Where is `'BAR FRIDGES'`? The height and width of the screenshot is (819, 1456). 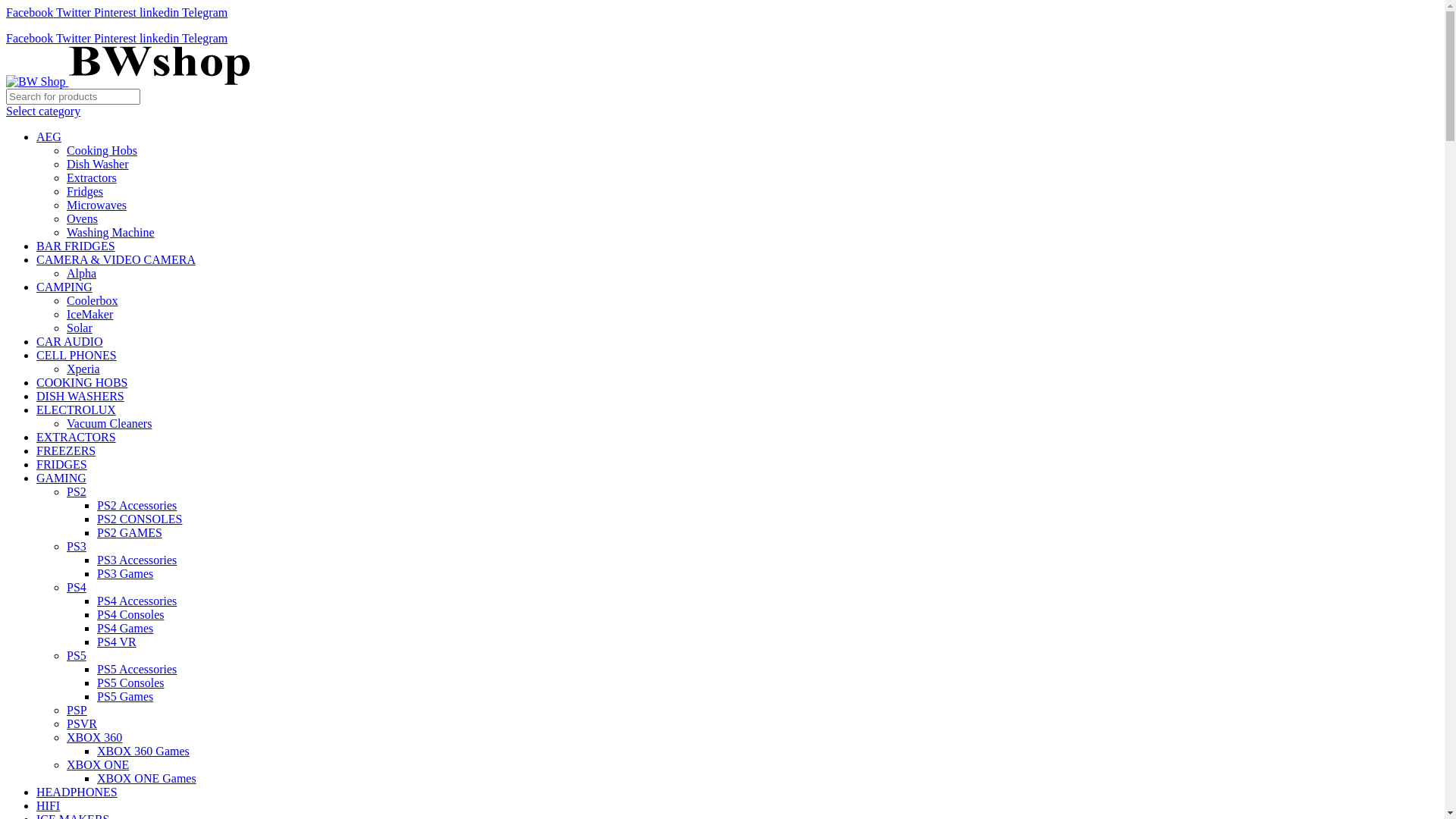 'BAR FRIDGES' is located at coordinates (75, 245).